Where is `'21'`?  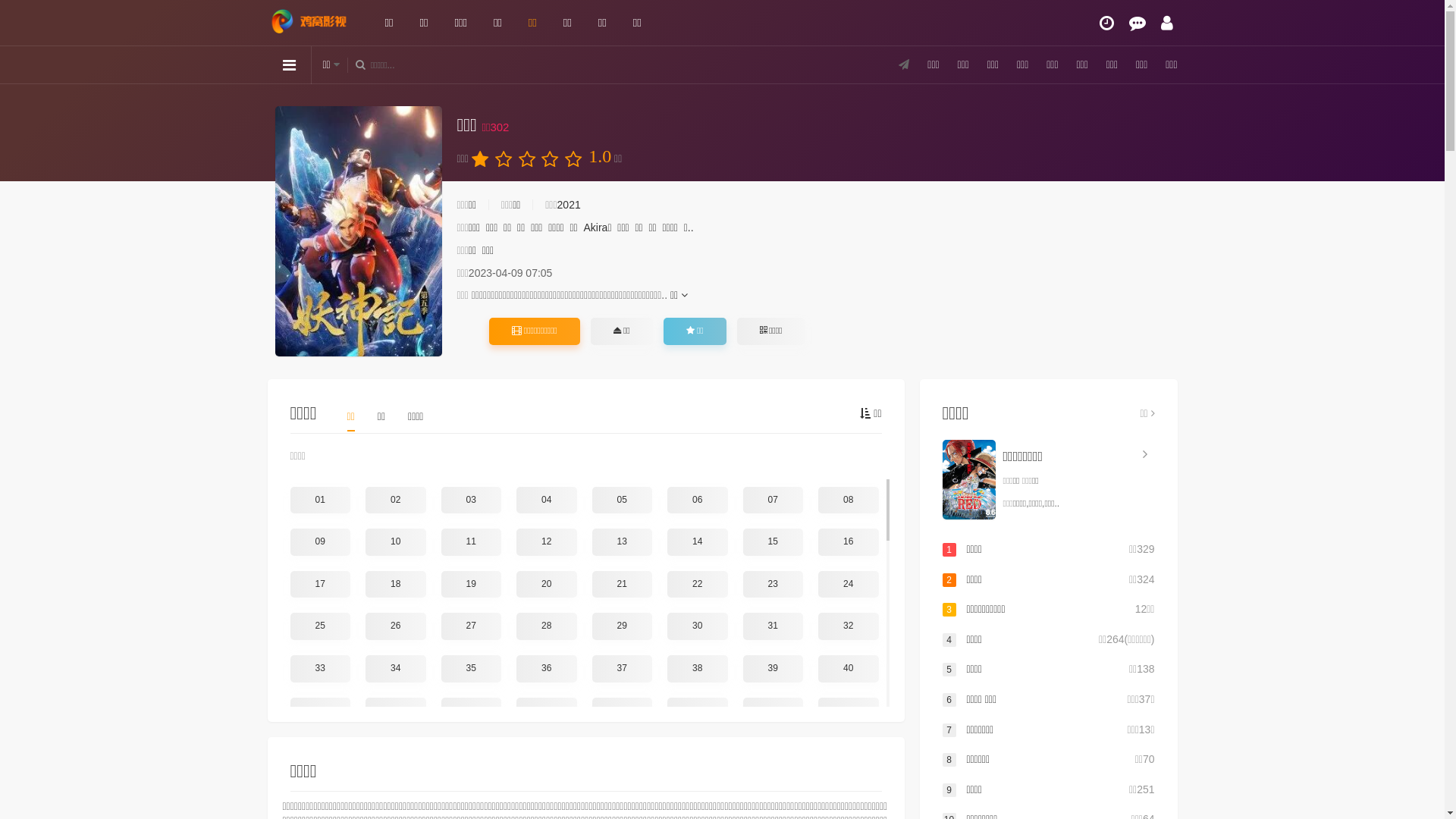
'21' is located at coordinates (590, 584).